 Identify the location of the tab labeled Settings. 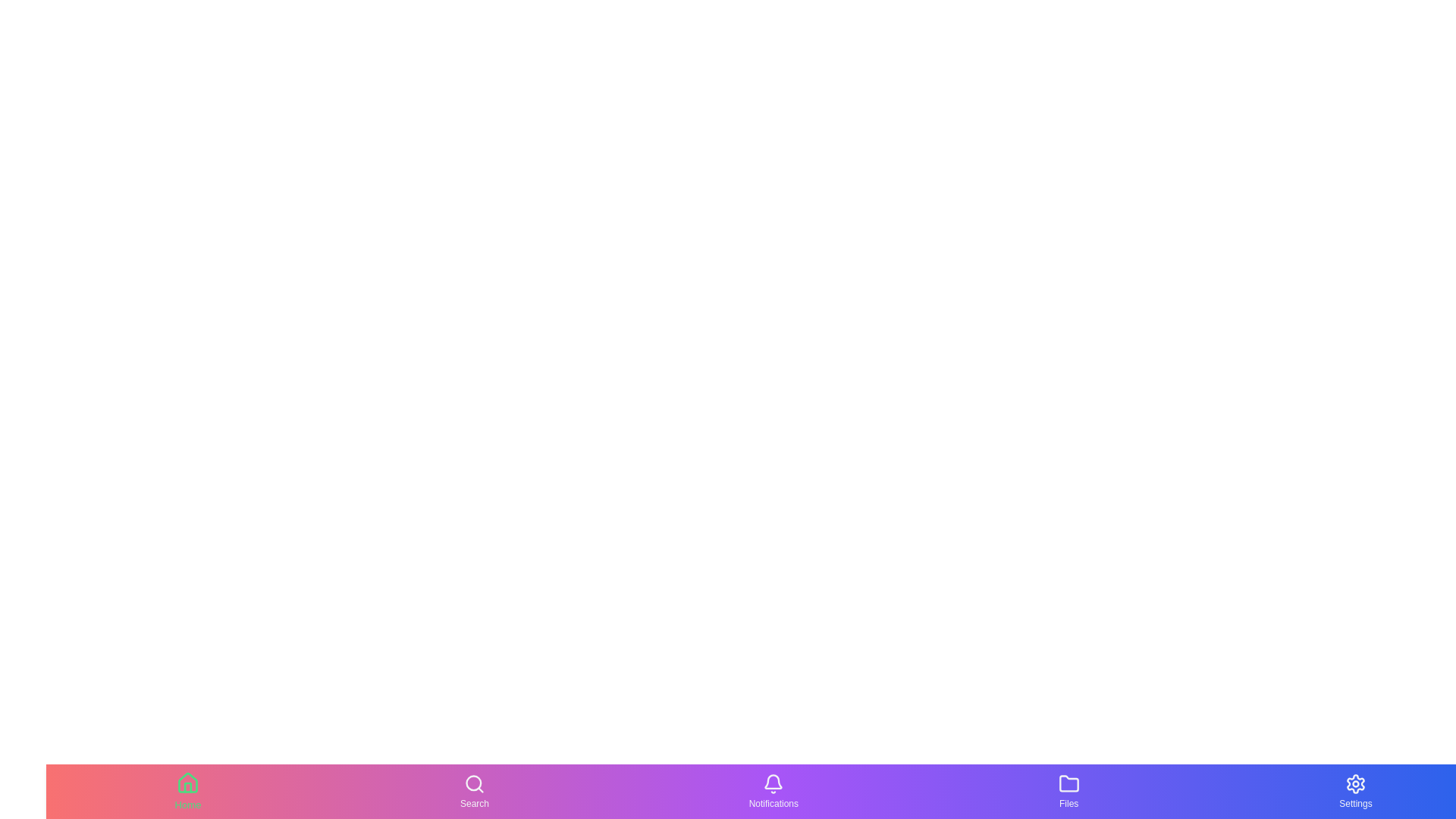
(1354, 791).